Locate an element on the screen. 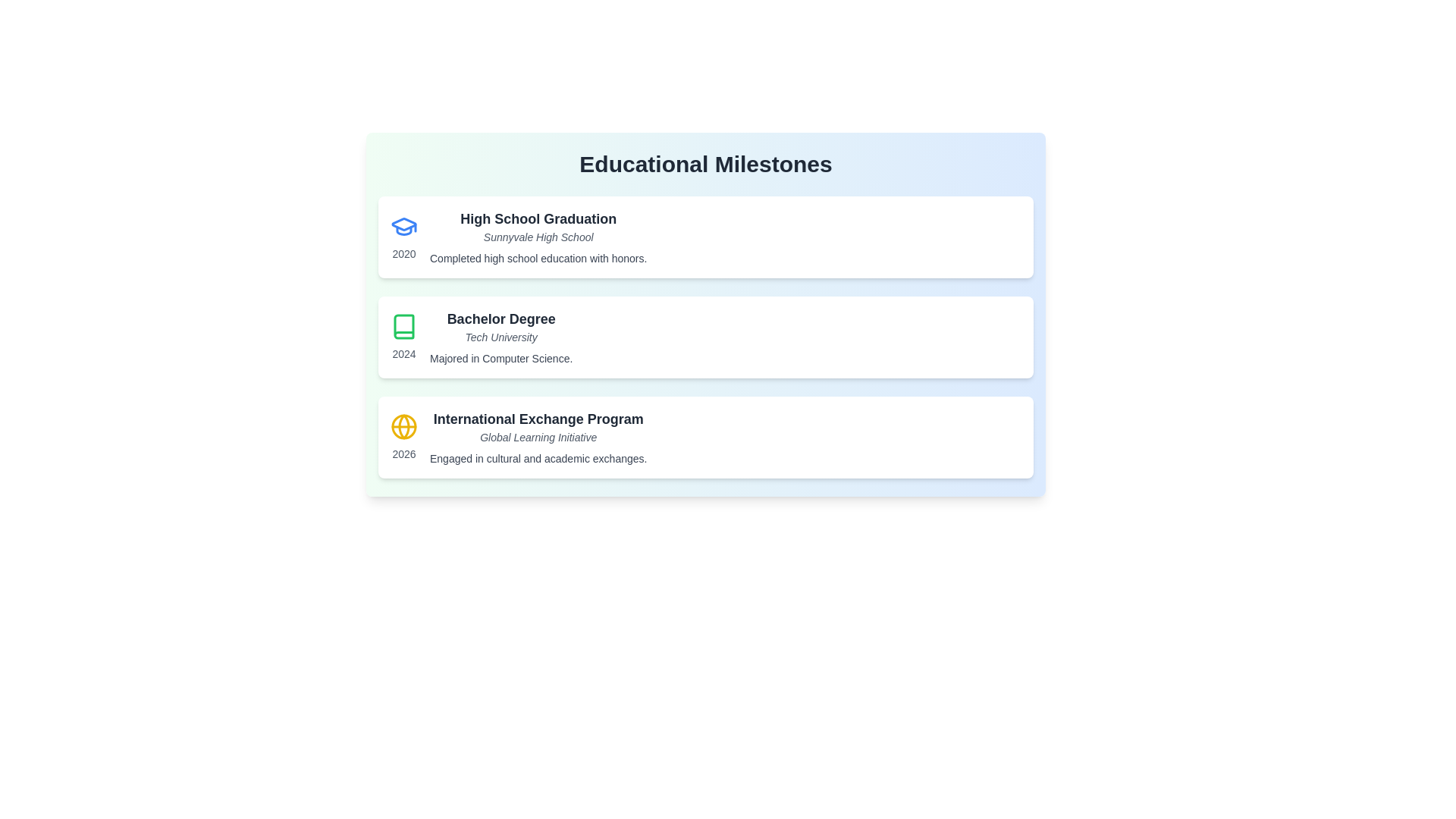 The image size is (1456, 819). the yellow circular icon that is part of the globe icon, located at the center of the globe which is to the left of the 'International Exchange Program' text is located at coordinates (403, 427).